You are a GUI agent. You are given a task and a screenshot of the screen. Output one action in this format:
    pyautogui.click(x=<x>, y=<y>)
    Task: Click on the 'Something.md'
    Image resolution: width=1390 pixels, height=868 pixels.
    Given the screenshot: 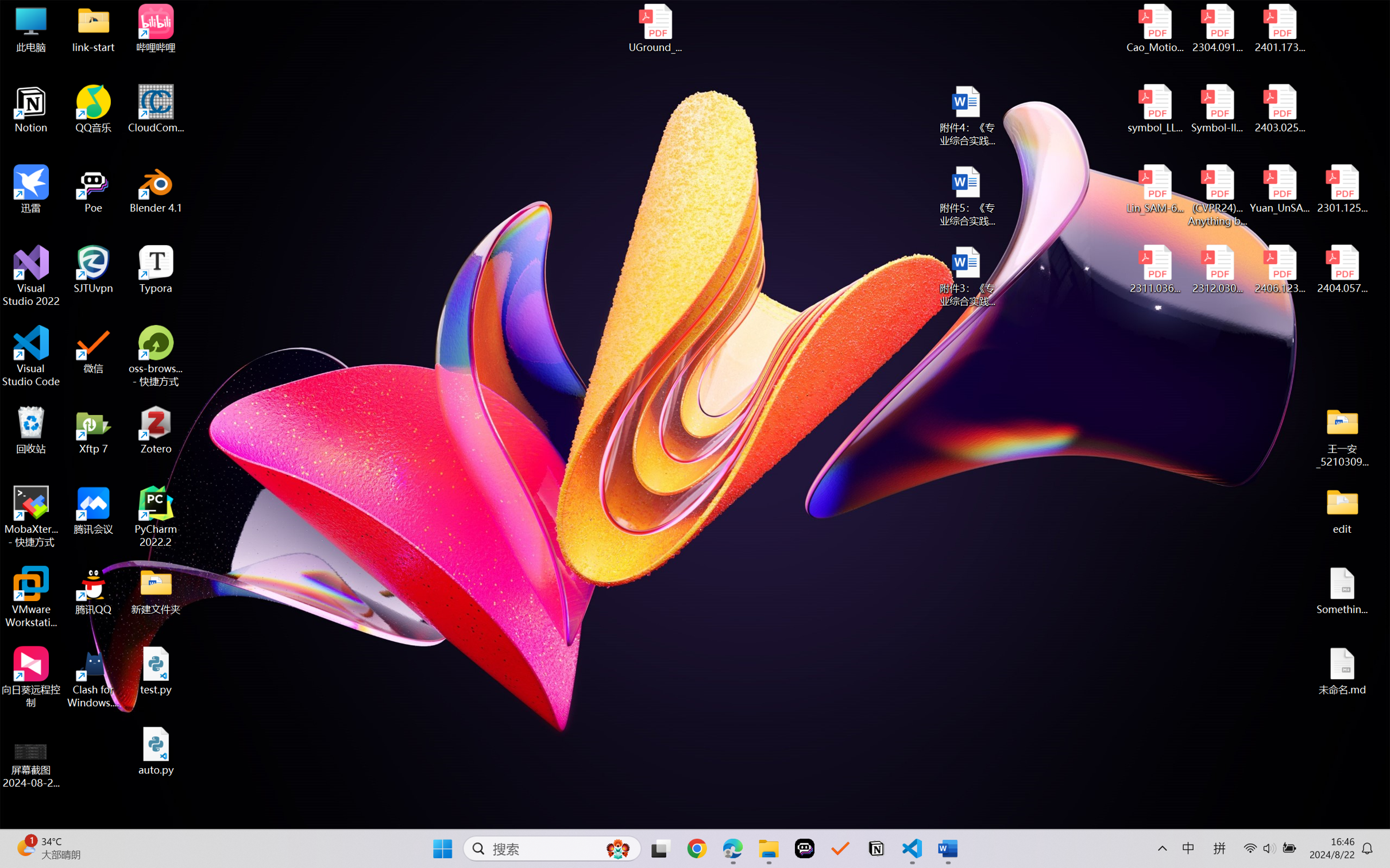 What is the action you would take?
    pyautogui.click(x=1341, y=591)
    